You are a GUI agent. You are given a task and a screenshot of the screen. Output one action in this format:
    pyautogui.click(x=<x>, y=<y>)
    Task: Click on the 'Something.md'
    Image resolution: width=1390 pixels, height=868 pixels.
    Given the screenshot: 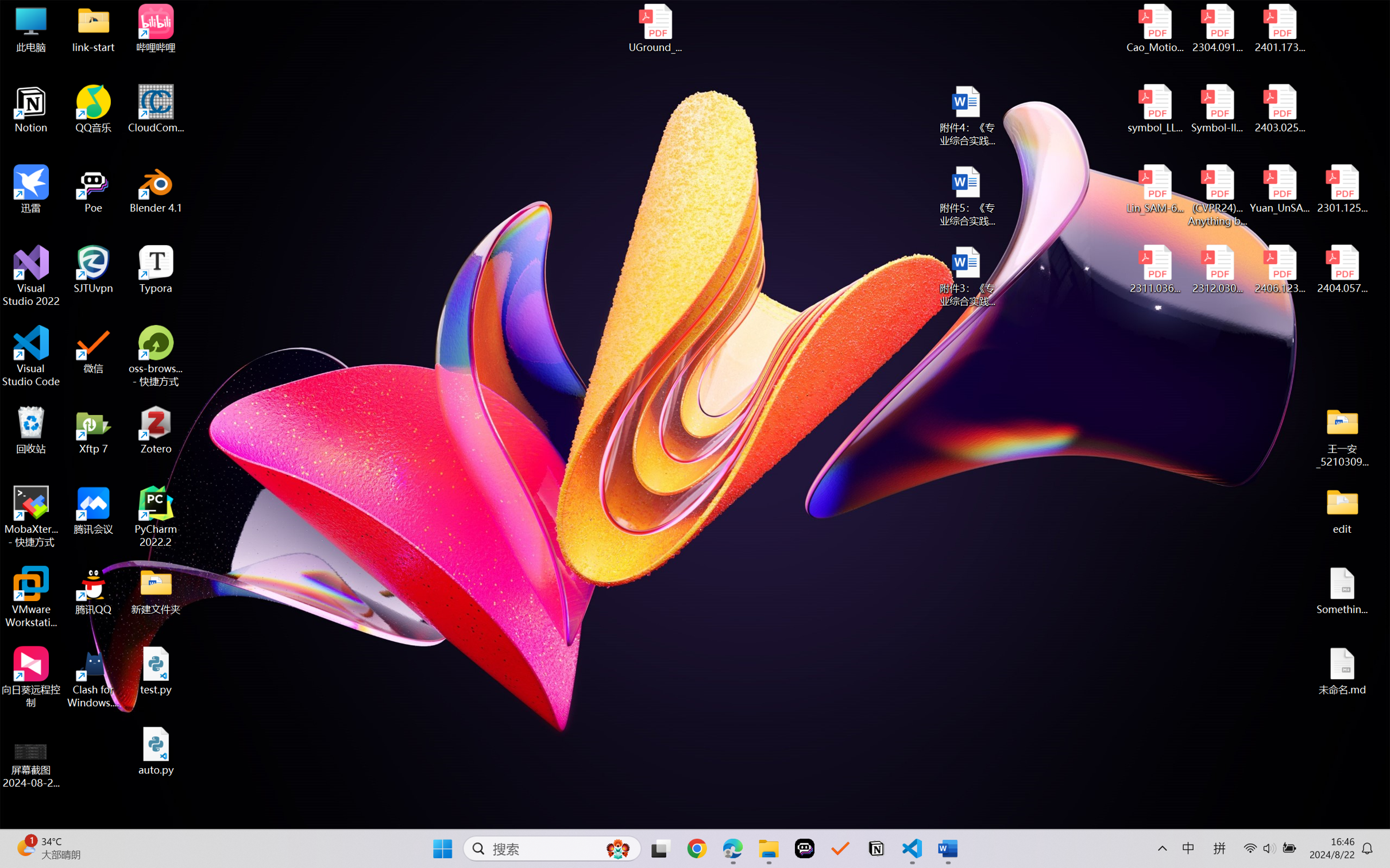 What is the action you would take?
    pyautogui.click(x=1341, y=591)
    